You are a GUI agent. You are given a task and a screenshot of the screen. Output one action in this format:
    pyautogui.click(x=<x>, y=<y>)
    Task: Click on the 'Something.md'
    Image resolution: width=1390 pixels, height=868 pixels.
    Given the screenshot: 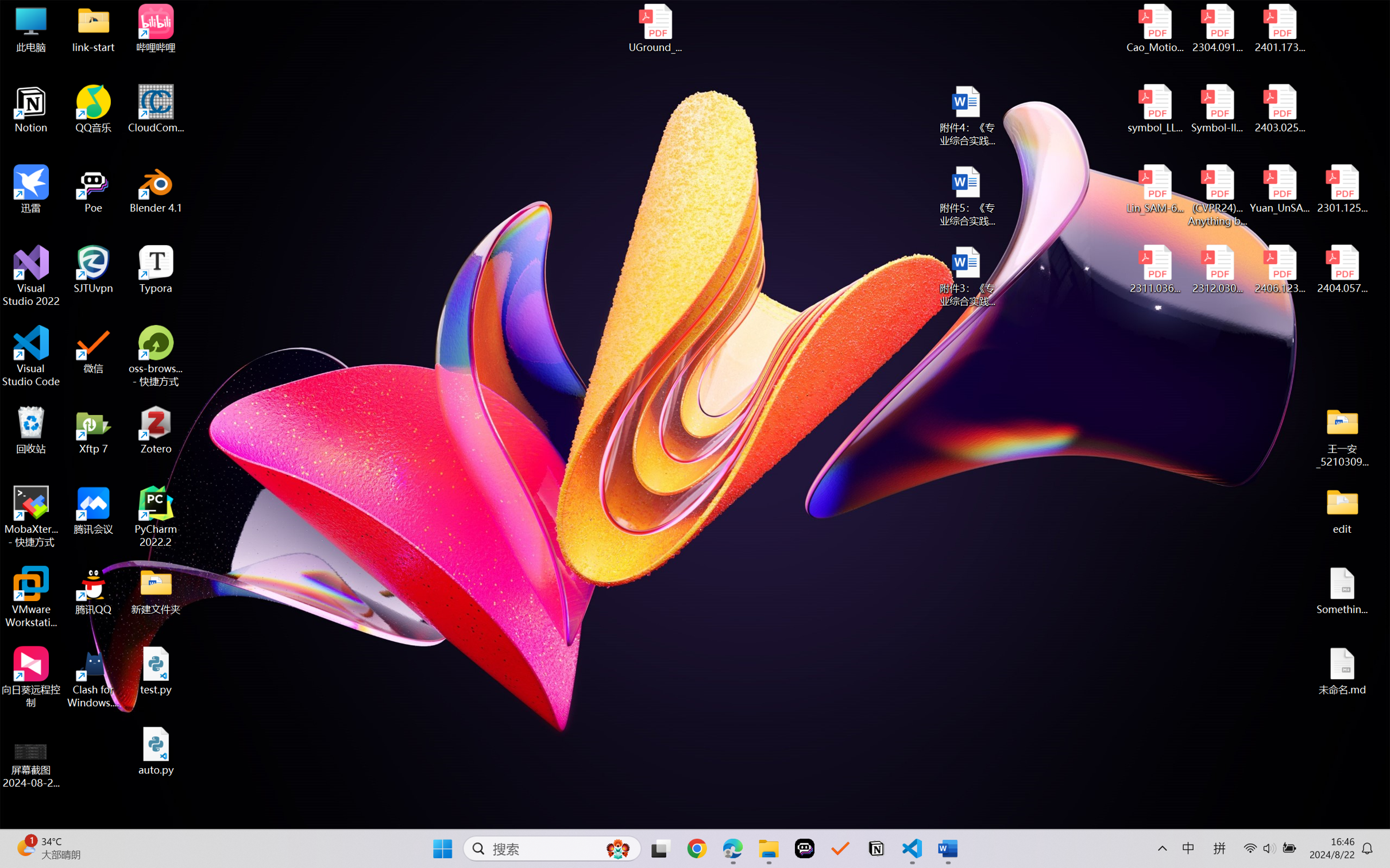 What is the action you would take?
    pyautogui.click(x=1341, y=591)
    